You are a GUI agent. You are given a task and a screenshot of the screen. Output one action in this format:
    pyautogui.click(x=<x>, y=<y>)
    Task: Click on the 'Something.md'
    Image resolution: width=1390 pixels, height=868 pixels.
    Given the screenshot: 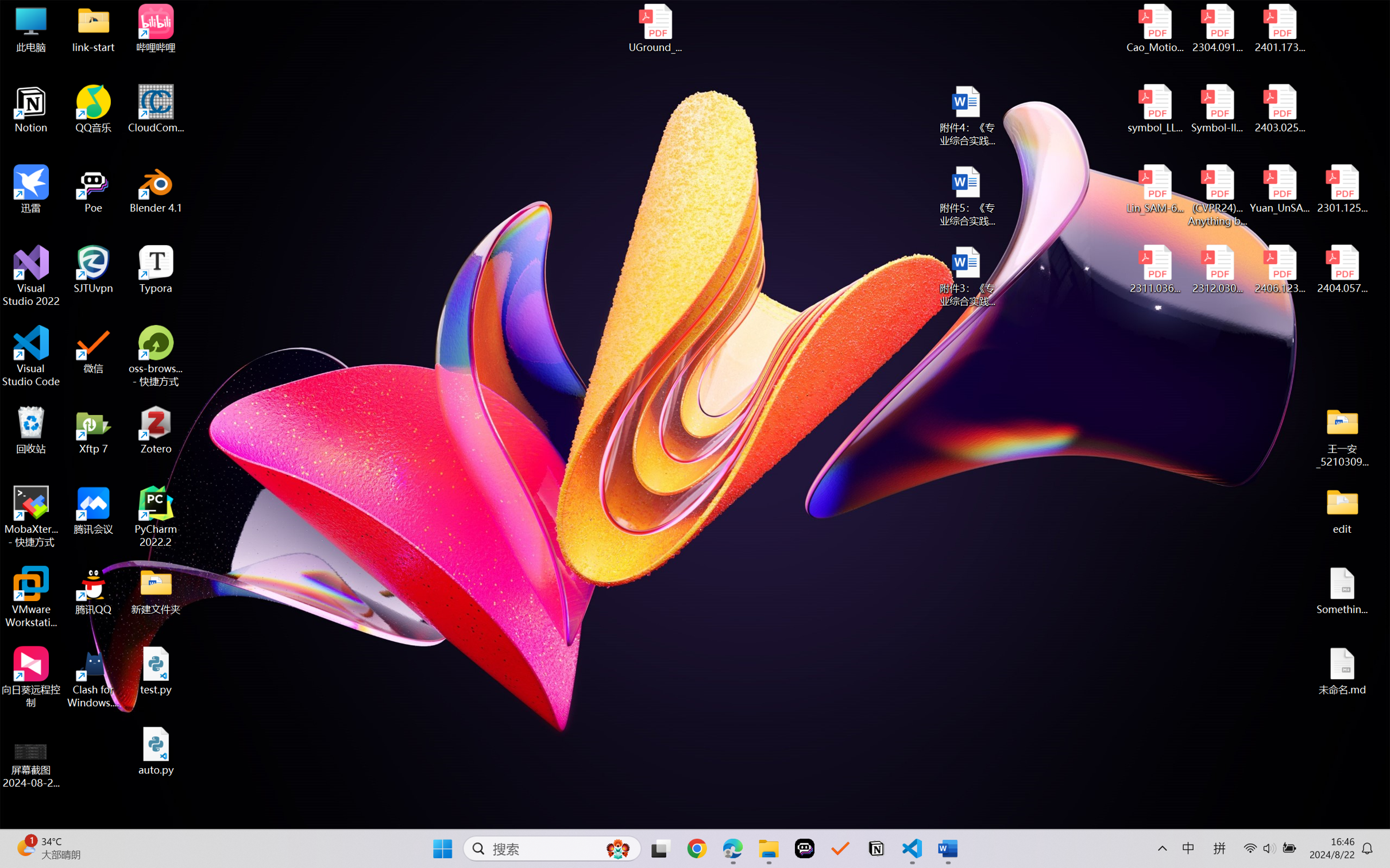 What is the action you would take?
    pyautogui.click(x=1341, y=591)
    